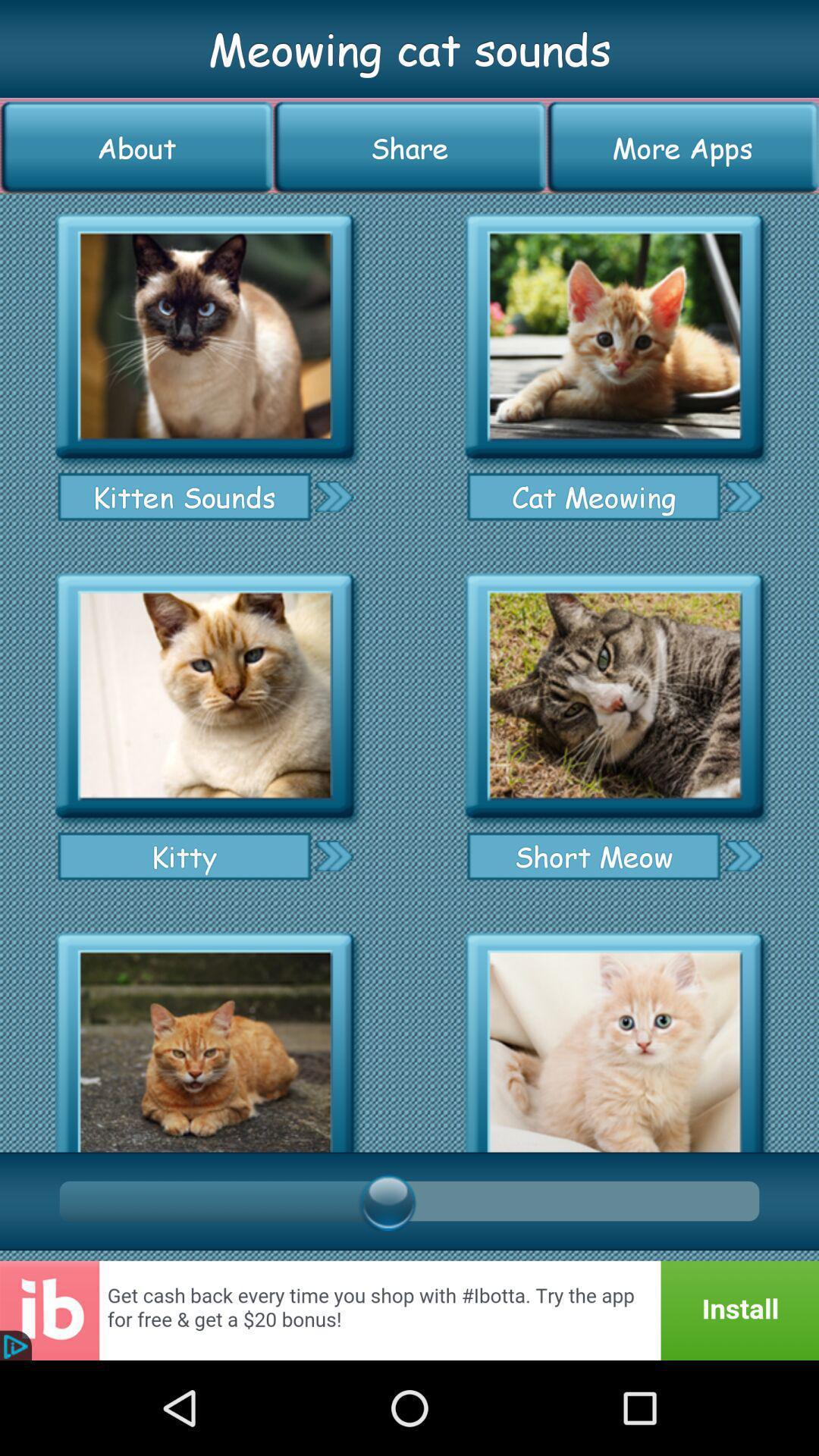 This screenshot has height=1456, width=819. I want to click on the icon next to the share button, so click(682, 147).